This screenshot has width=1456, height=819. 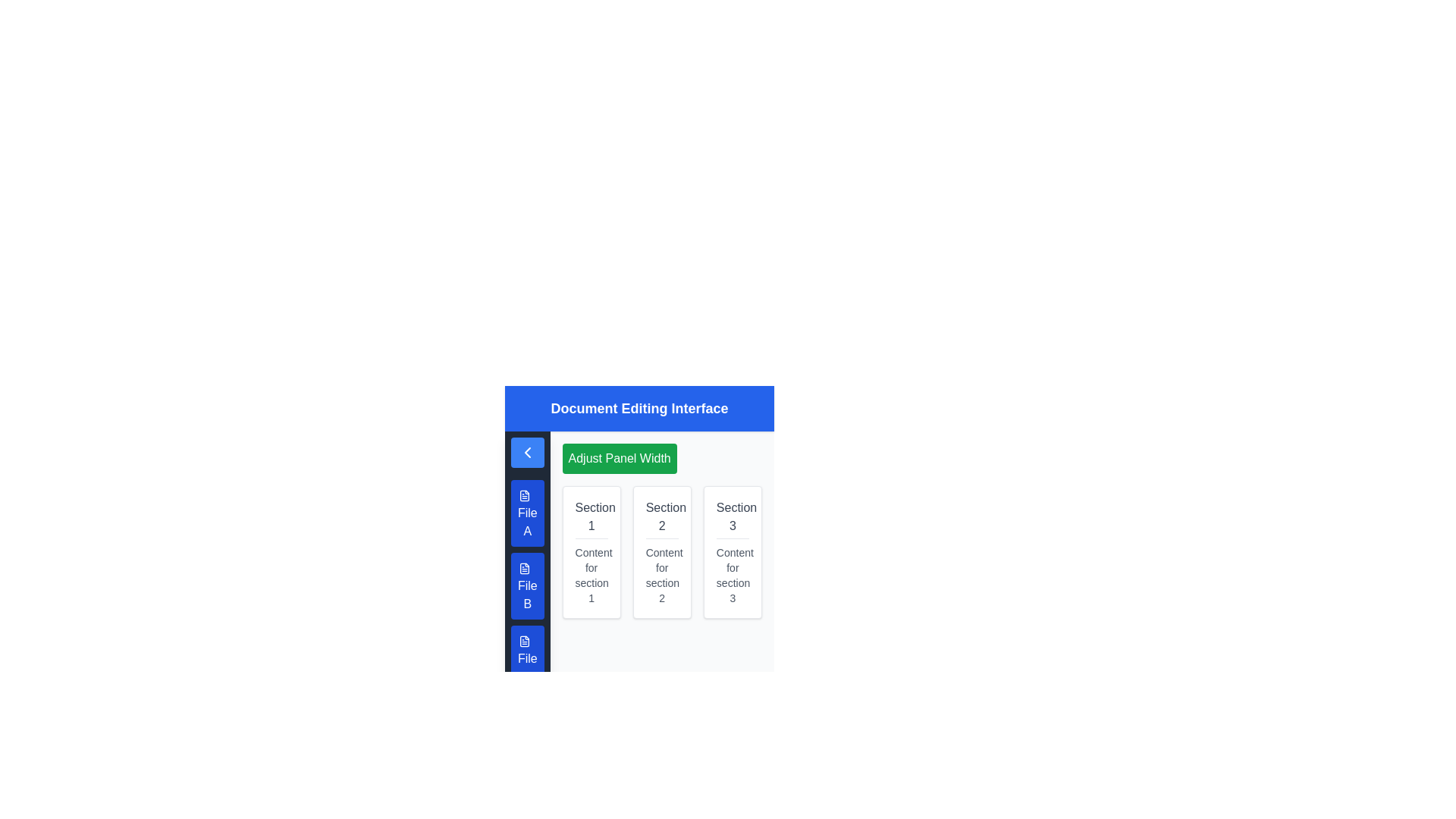 What do you see at coordinates (524, 568) in the screenshot?
I see `SVG icon that represents a document with a folded corner, located to the left of the text label in the 'File B' button in the vertical navigation bar` at bounding box center [524, 568].